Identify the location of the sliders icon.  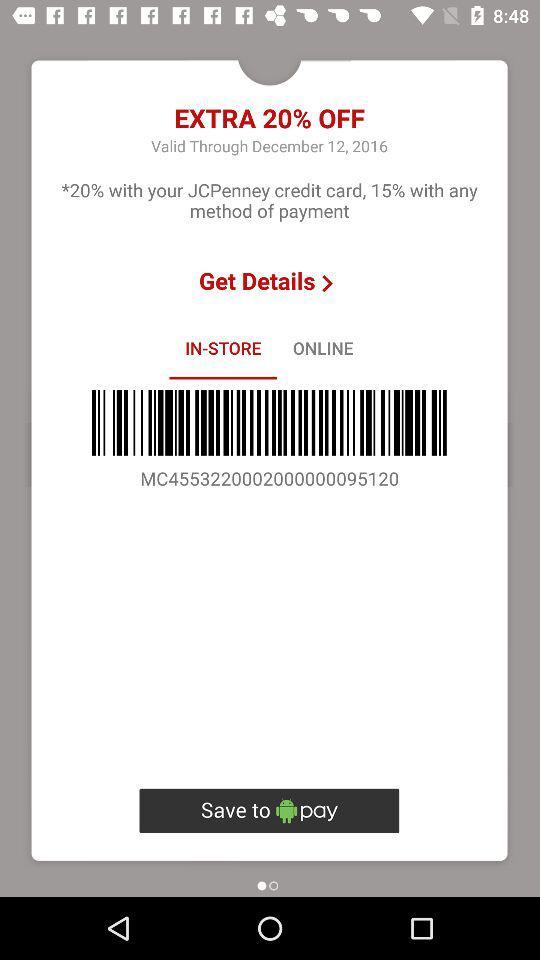
(269, 810).